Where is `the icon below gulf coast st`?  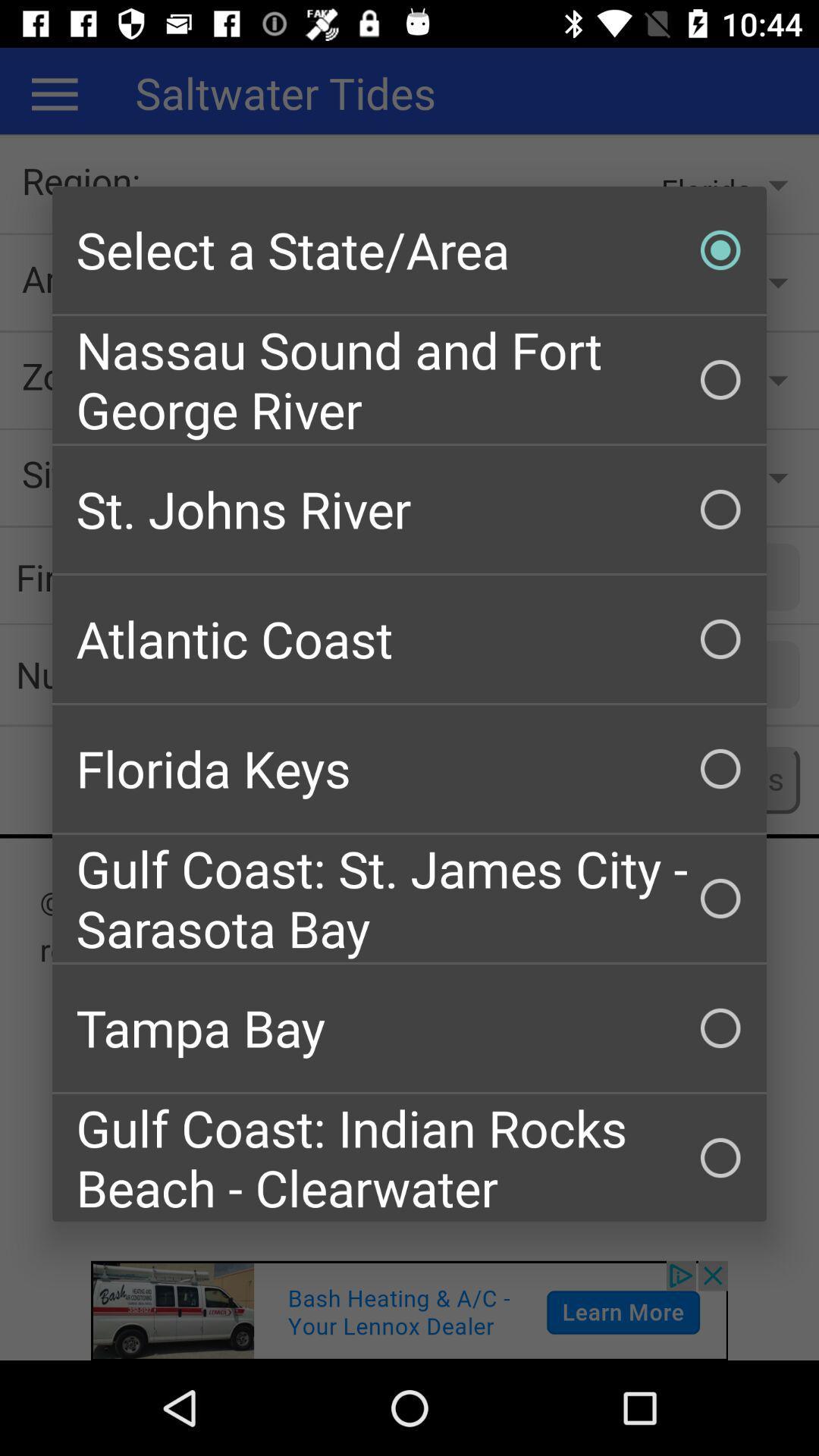 the icon below gulf coast st is located at coordinates (409, 1028).